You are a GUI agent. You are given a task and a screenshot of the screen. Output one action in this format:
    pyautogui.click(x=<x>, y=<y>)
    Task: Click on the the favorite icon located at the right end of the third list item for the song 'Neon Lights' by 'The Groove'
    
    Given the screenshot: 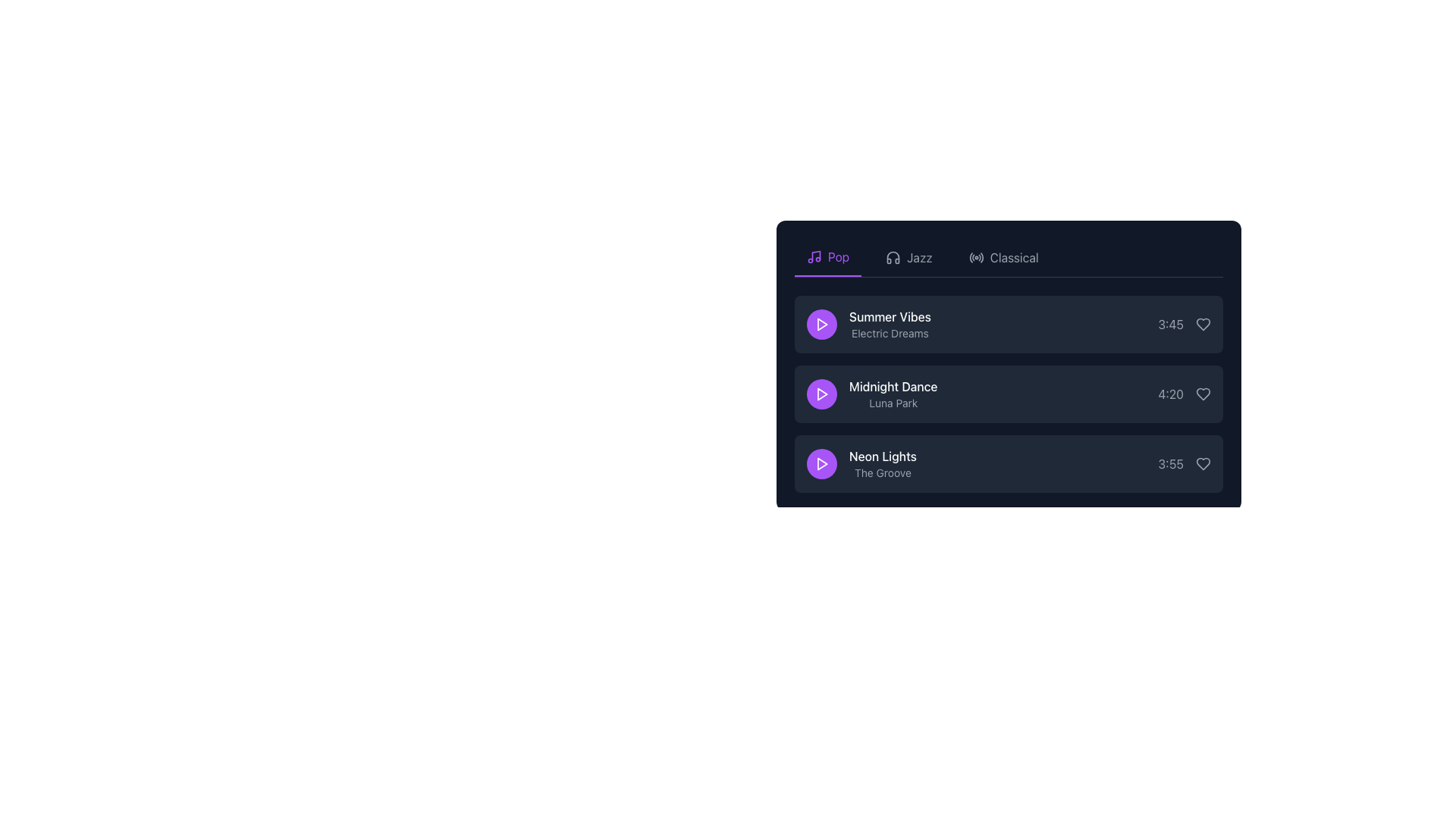 What is the action you would take?
    pyautogui.click(x=1203, y=463)
    